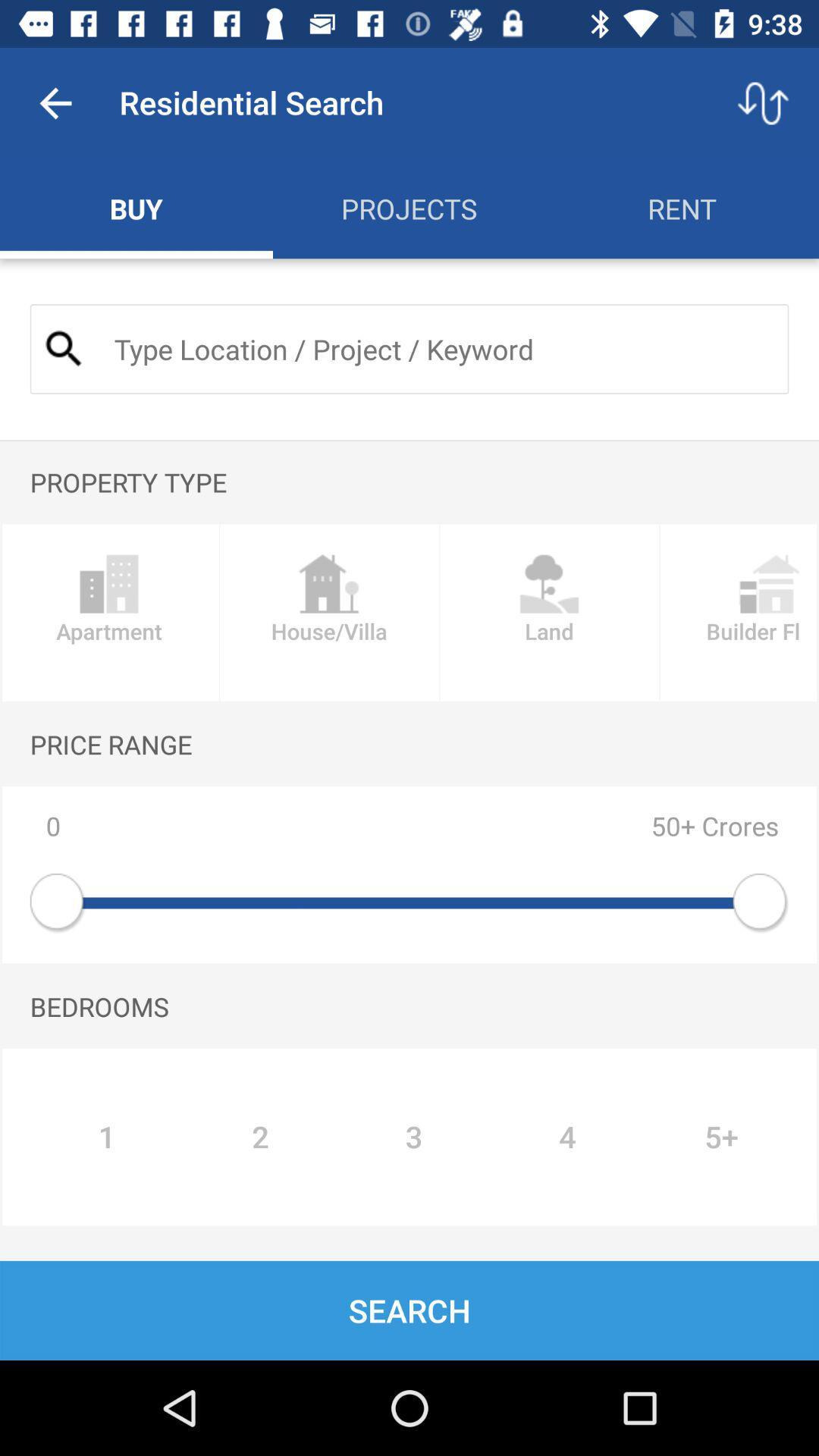 The height and width of the screenshot is (1456, 819). Describe the element at coordinates (721, 1137) in the screenshot. I see `the item below the bedrooms item` at that location.